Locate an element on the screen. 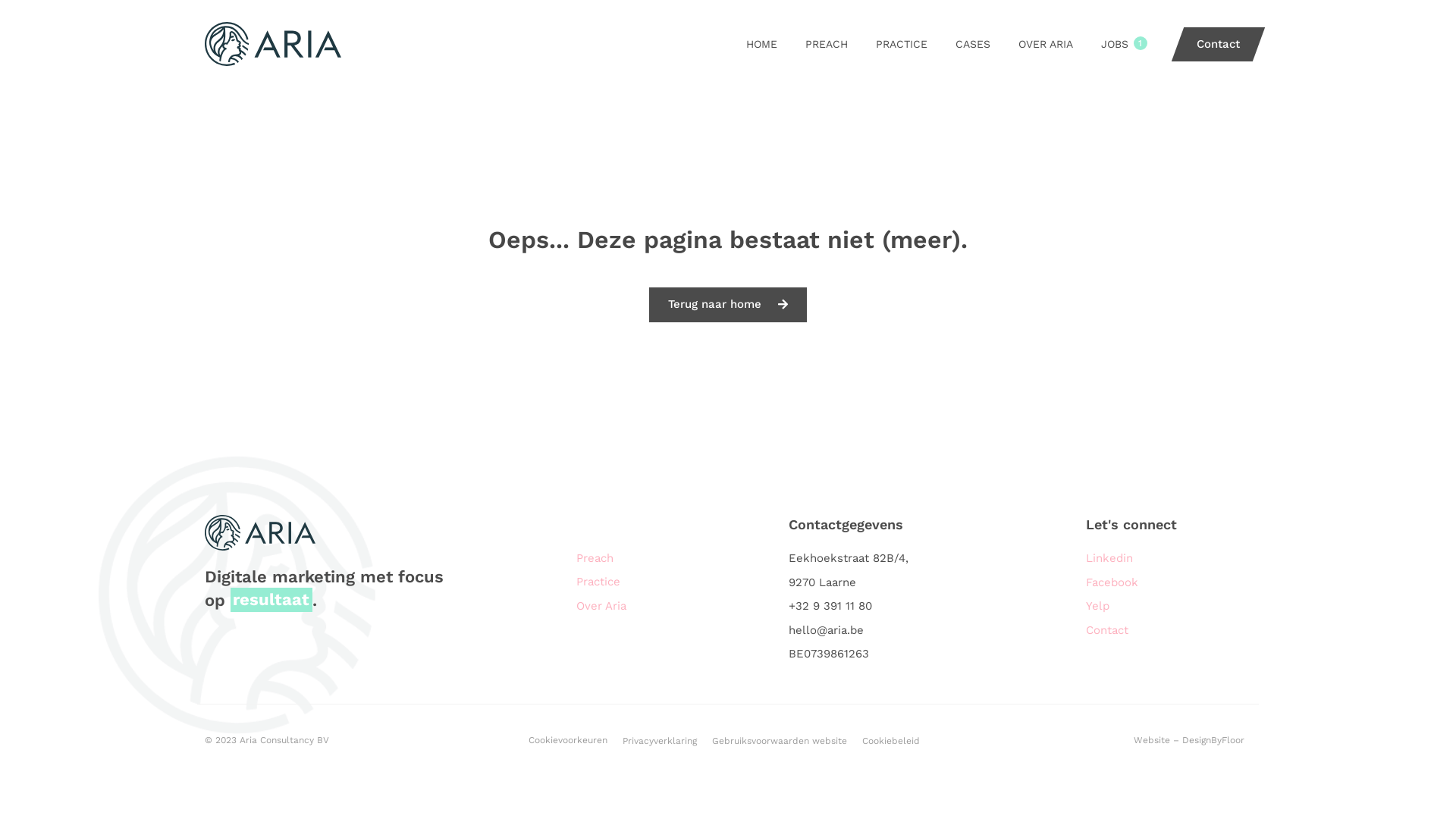  'CASES' is located at coordinates (972, 42).